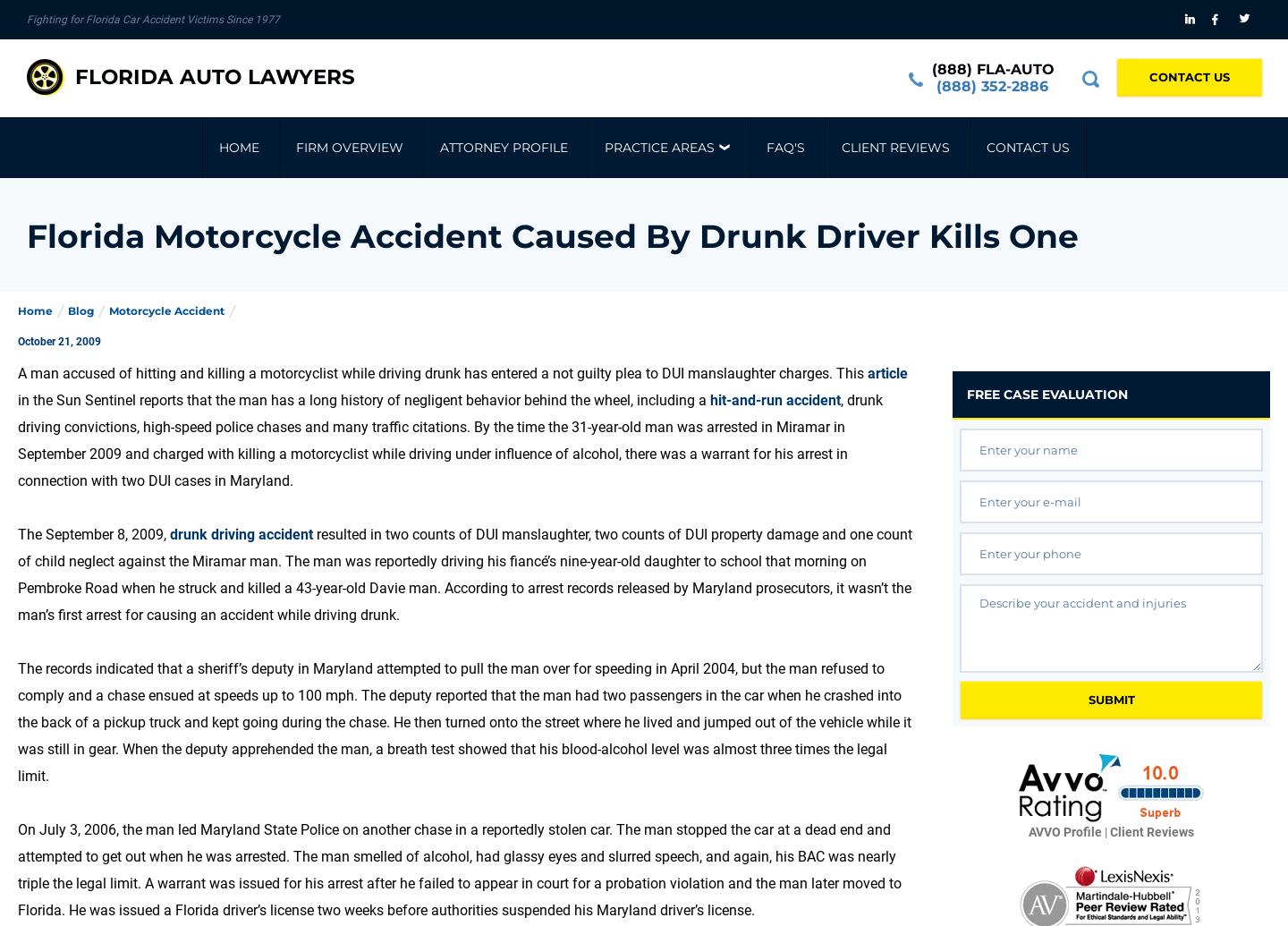  Describe the element at coordinates (347, 147) in the screenshot. I see `'Firm Overview'` at that location.